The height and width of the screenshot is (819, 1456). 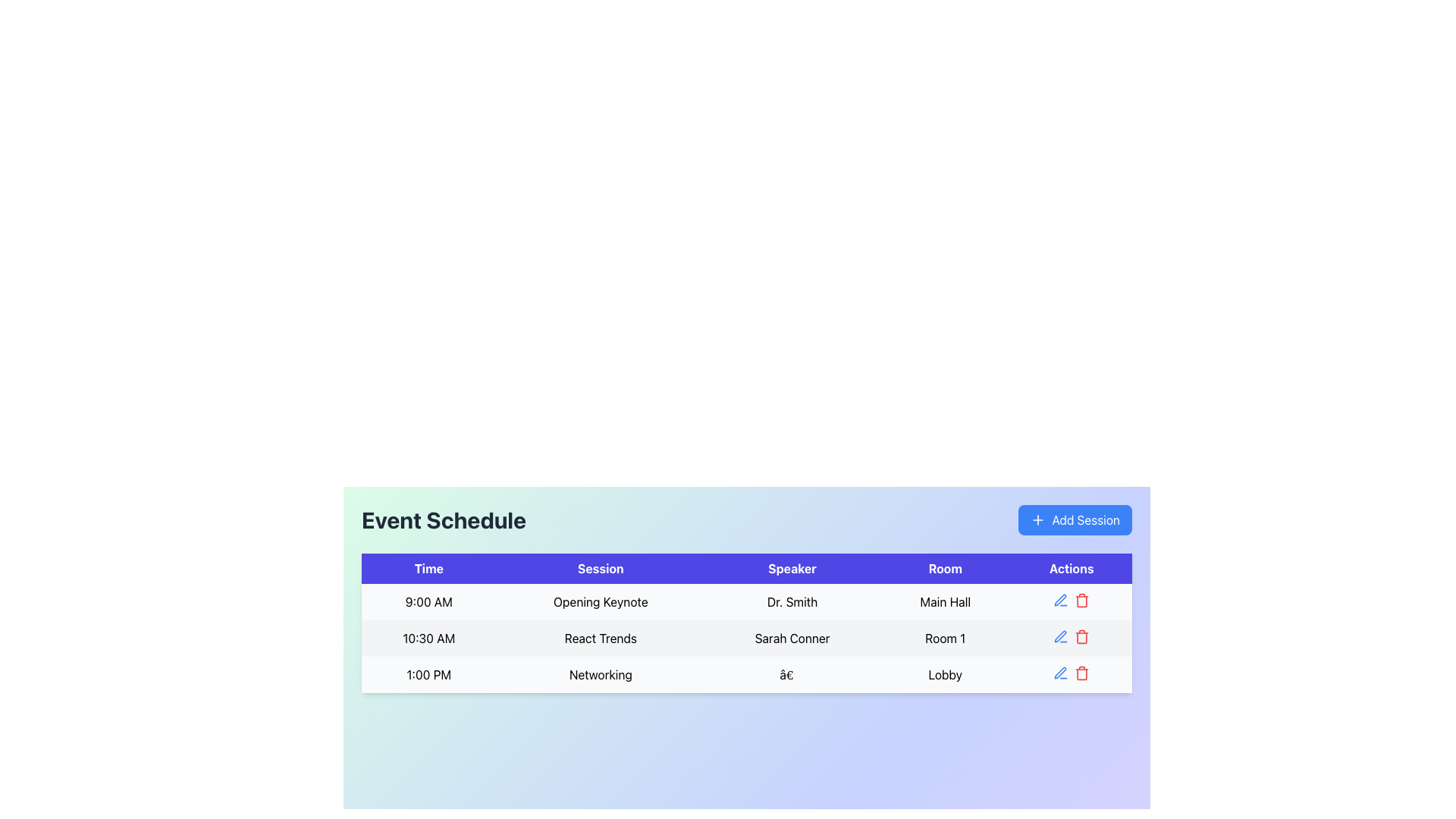 What do you see at coordinates (1059, 672) in the screenshot?
I see `the pen icon located in the 'Actions' column of the second row in the table next to 'Room 1'` at bounding box center [1059, 672].